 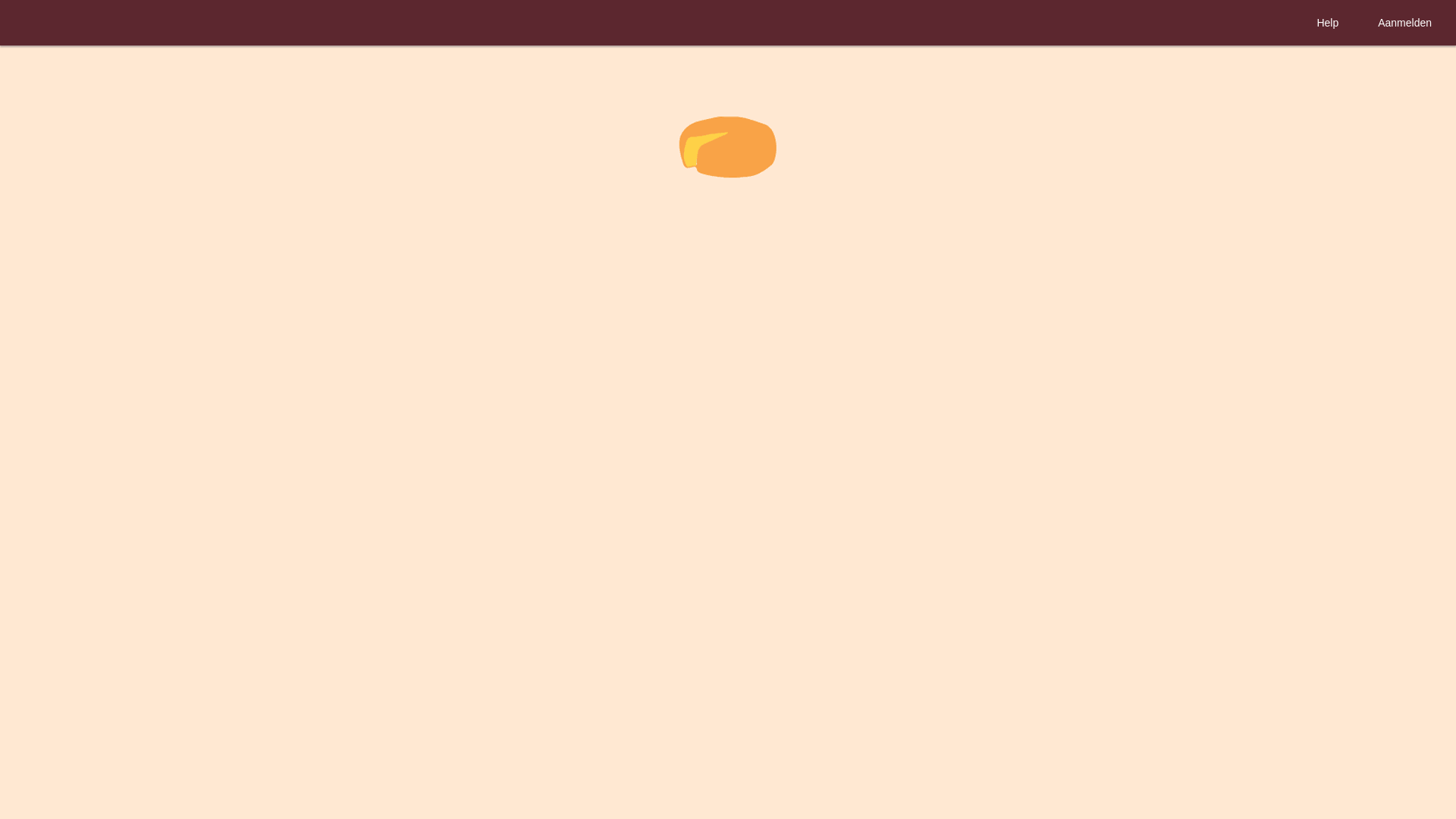 I want to click on 'Aanmelden', so click(x=1404, y=23).